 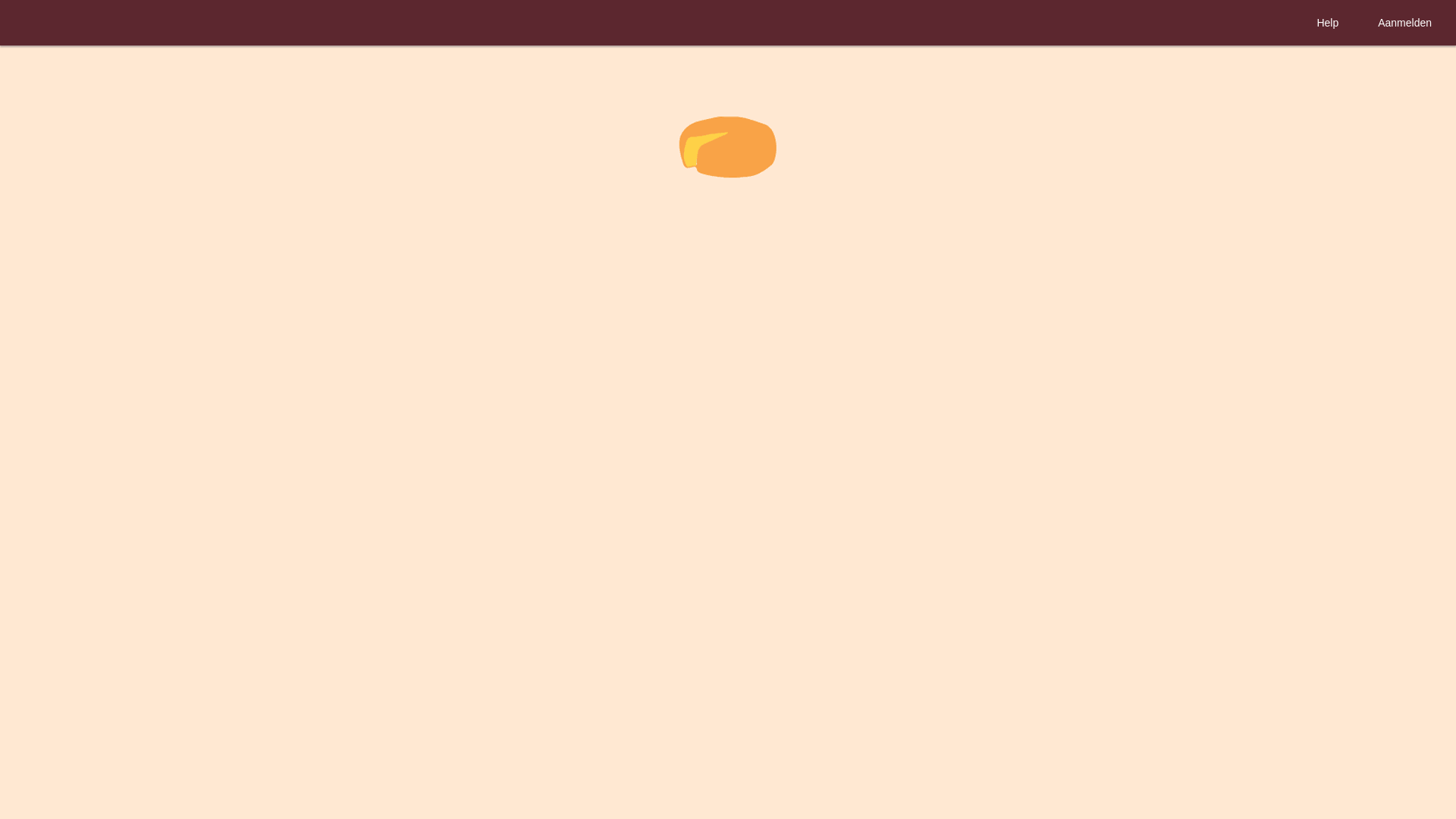 I want to click on 'Aanmelden', so click(x=1404, y=23).